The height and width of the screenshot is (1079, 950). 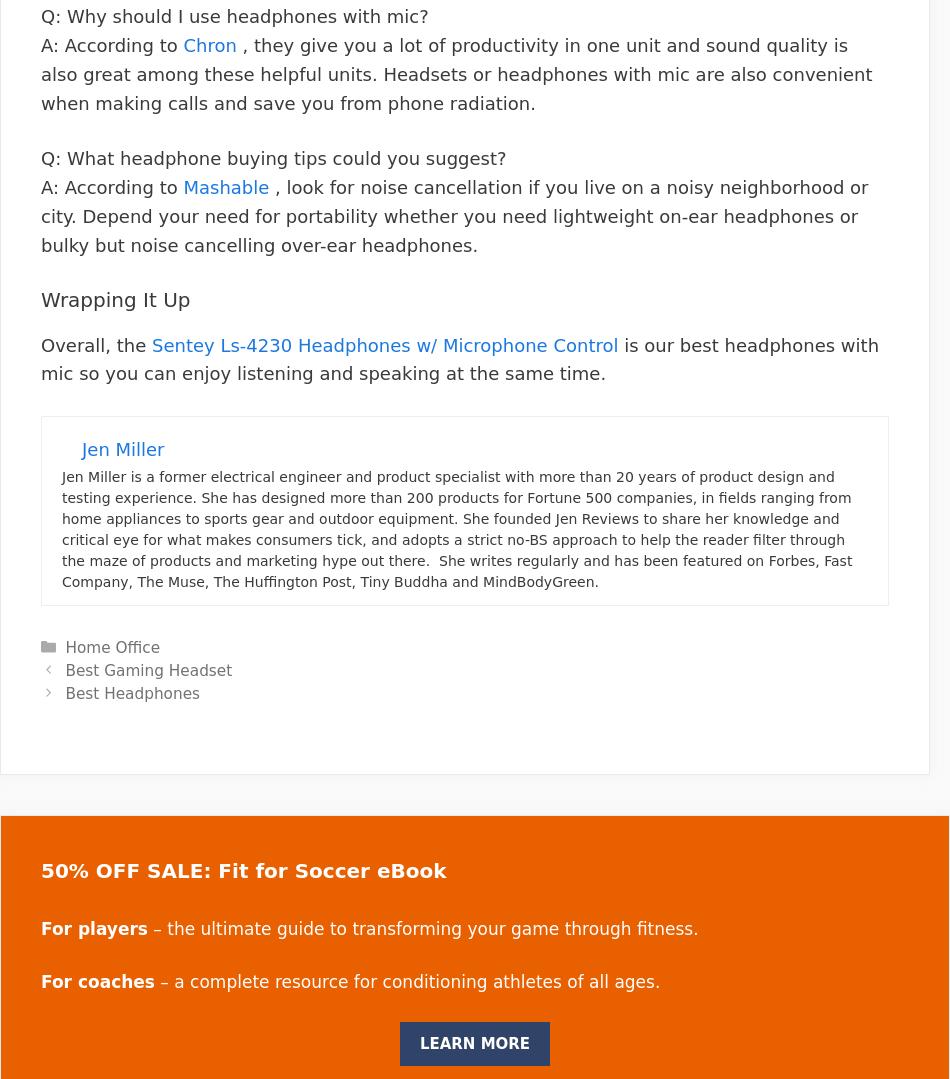 I want to click on ', look for noise cancellation if you live on a noisy neighborhood or city. Depend your need for portability whether you need lightweight on-ear headphones or bulky but noise cancelling over-ear headphones.', so click(x=453, y=215).